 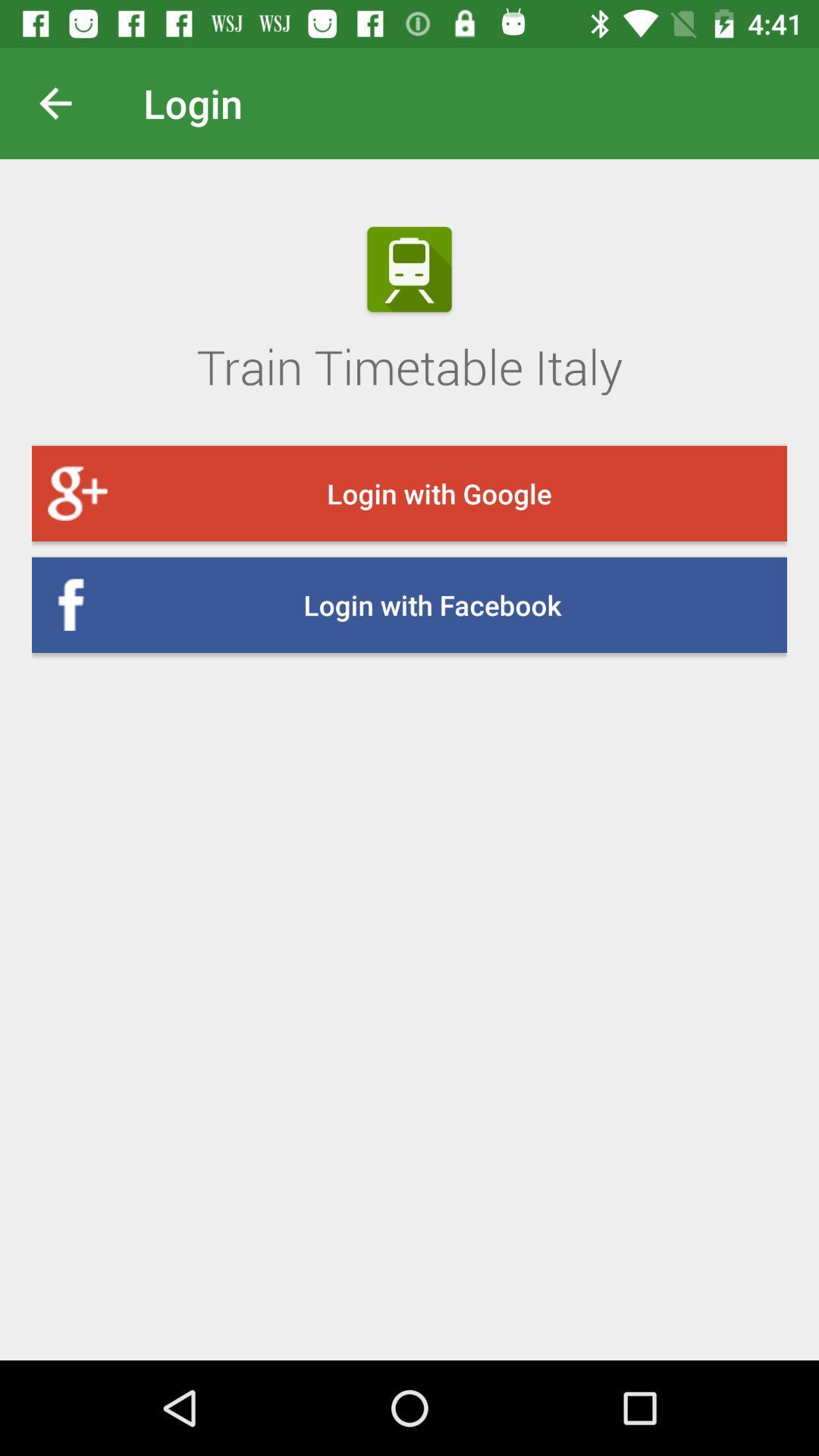 What do you see at coordinates (67, 102) in the screenshot?
I see `item to the left of login` at bounding box center [67, 102].